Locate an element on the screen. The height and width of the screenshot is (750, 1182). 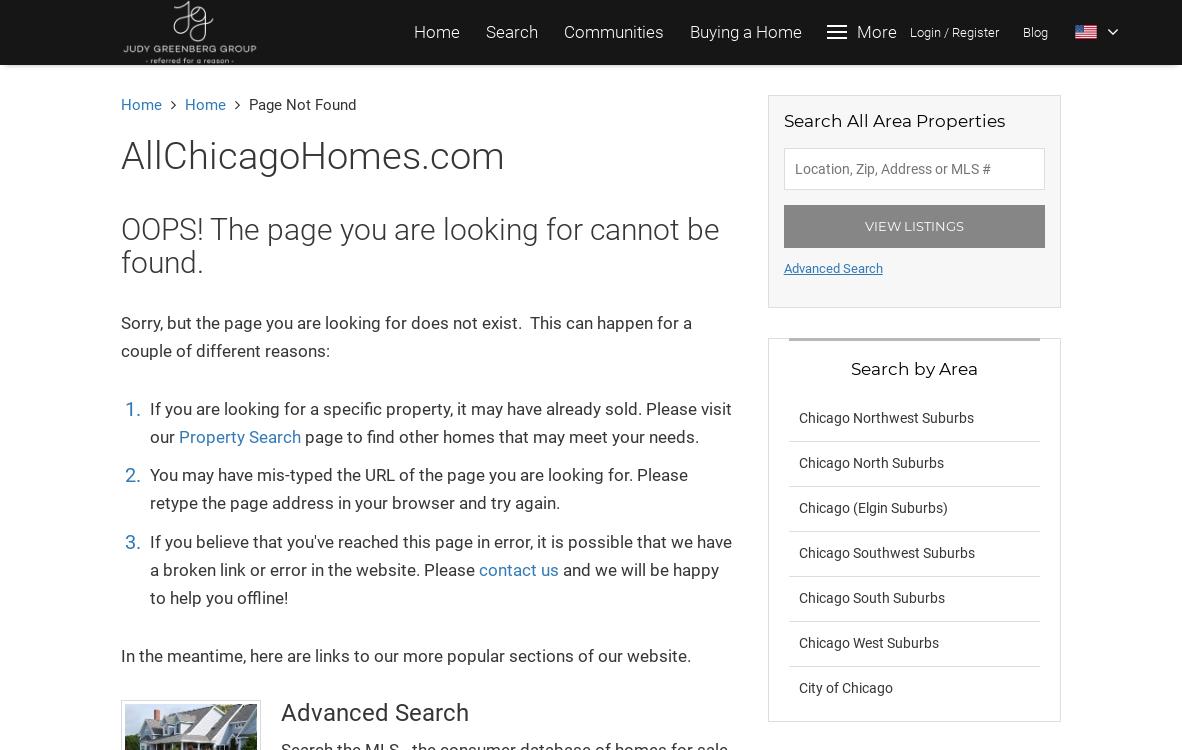
'Search' is located at coordinates (378, 32).